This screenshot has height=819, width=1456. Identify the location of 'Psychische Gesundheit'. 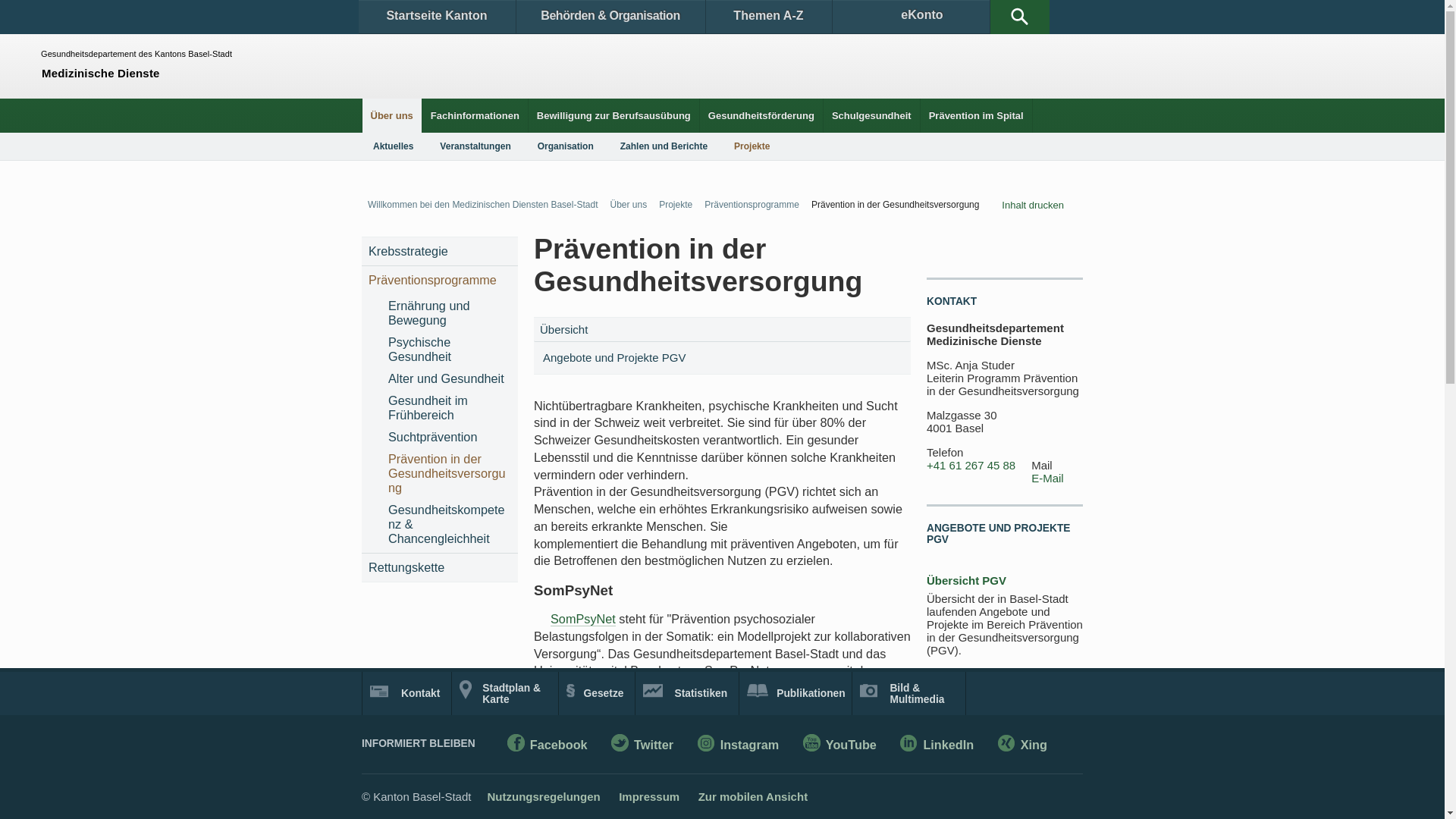
(449, 350).